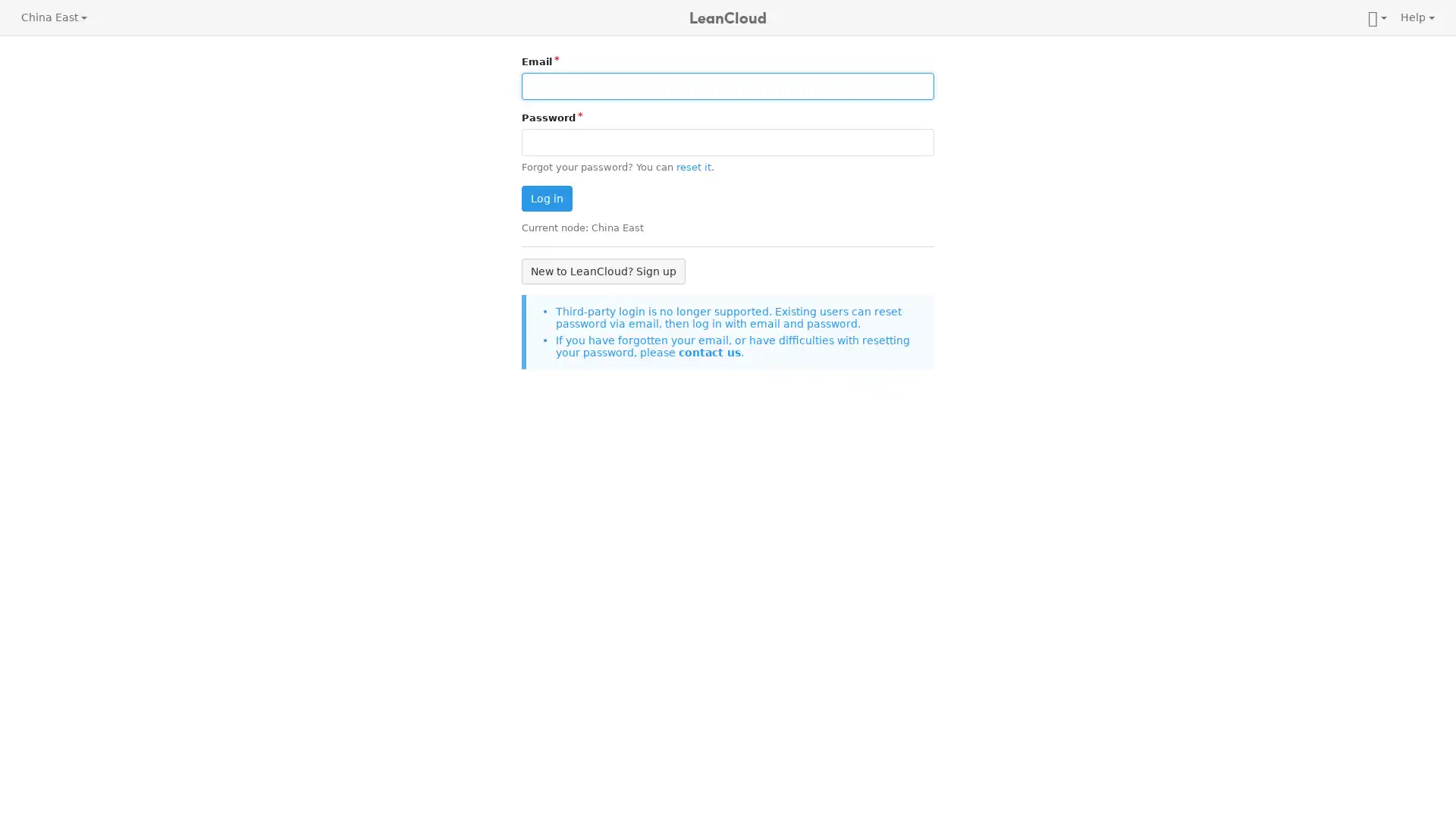  I want to click on Log in, so click(546, 198).